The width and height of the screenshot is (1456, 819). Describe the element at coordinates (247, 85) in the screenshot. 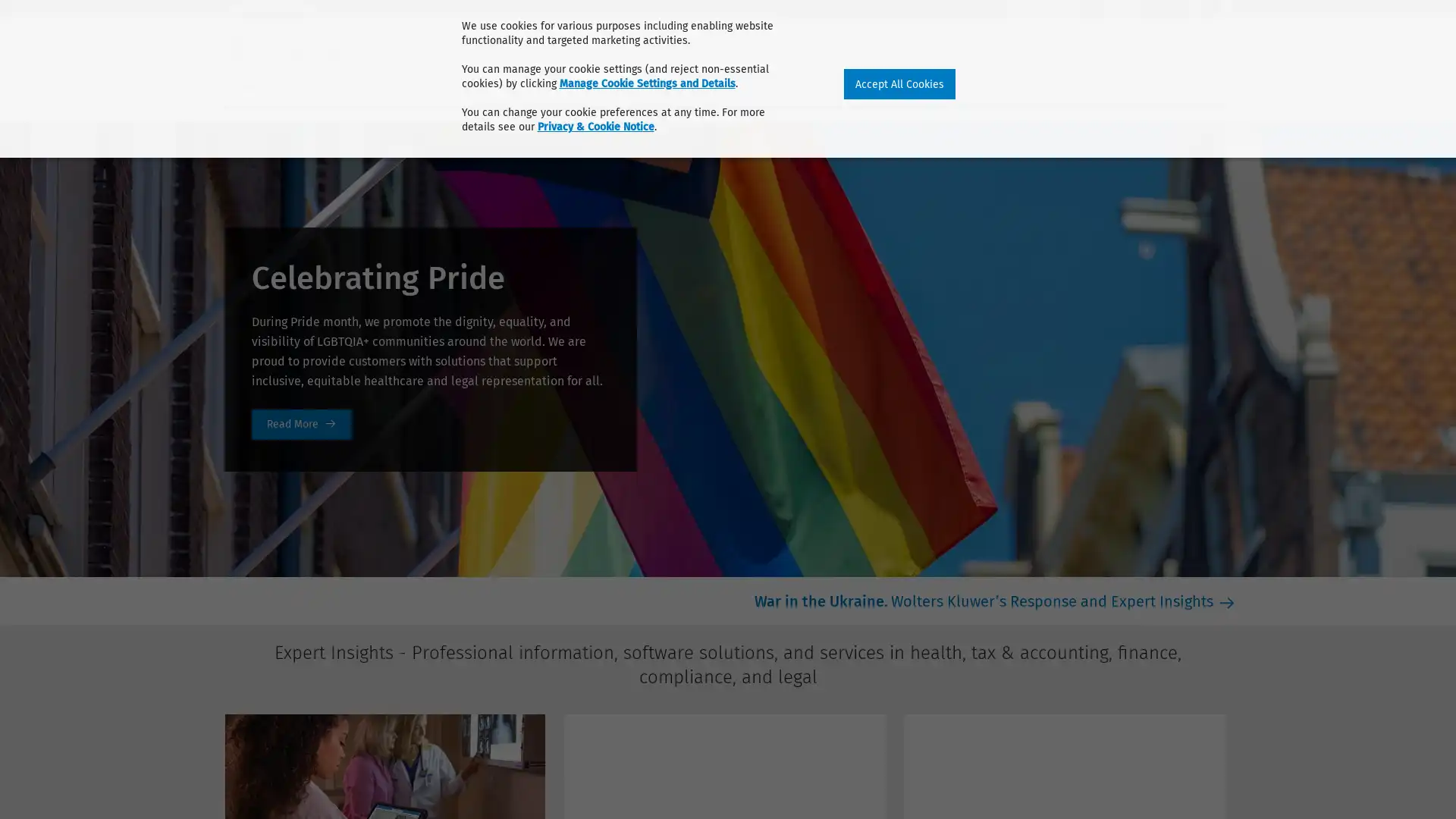

I see `Health` at that location.